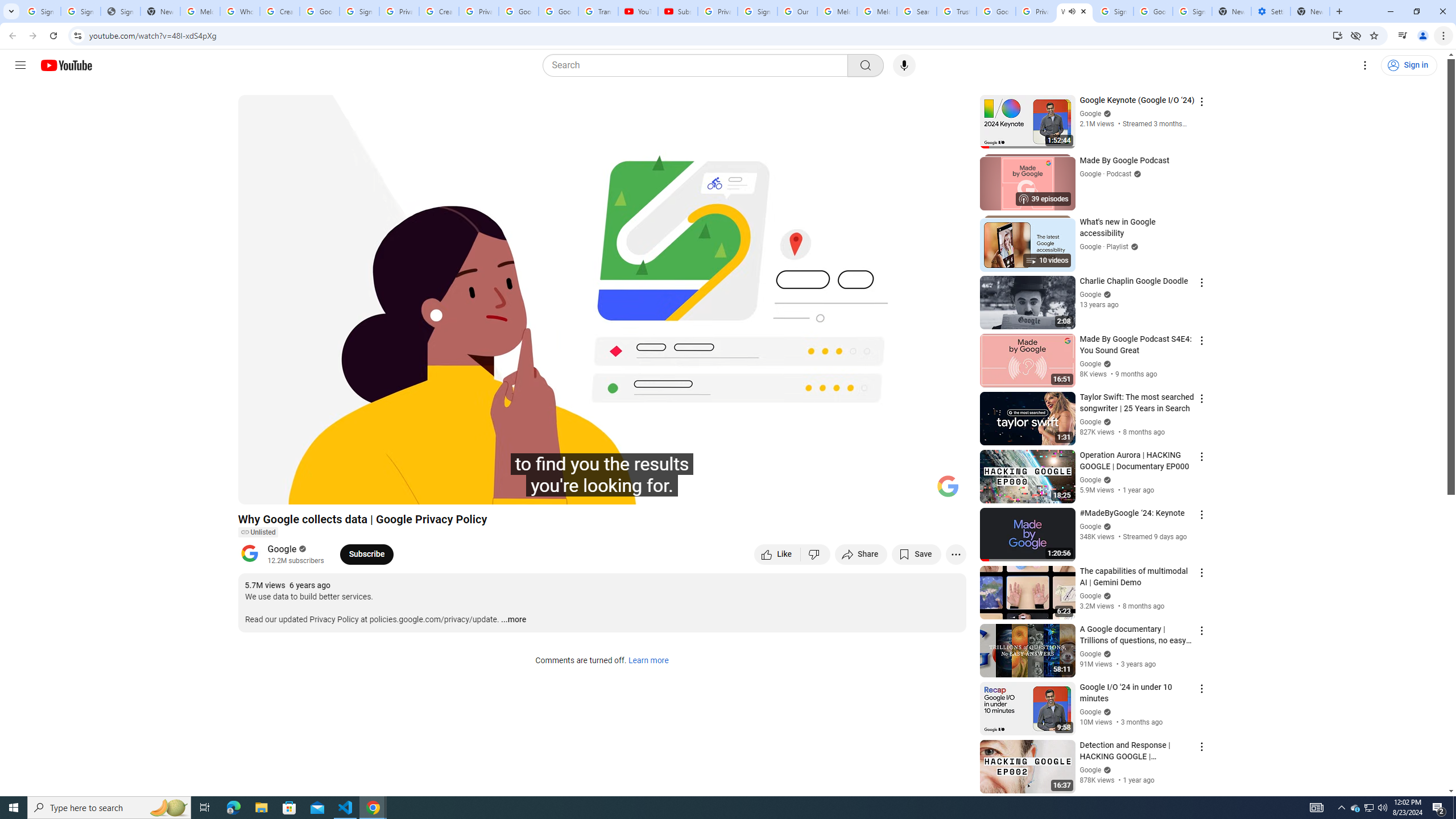 The image size is (1456, 819). What do you see at coordinates (1113, 11) in the screenshot?
I see `'Sign in - Google Accounts'` at bounding box center [1113, 11].